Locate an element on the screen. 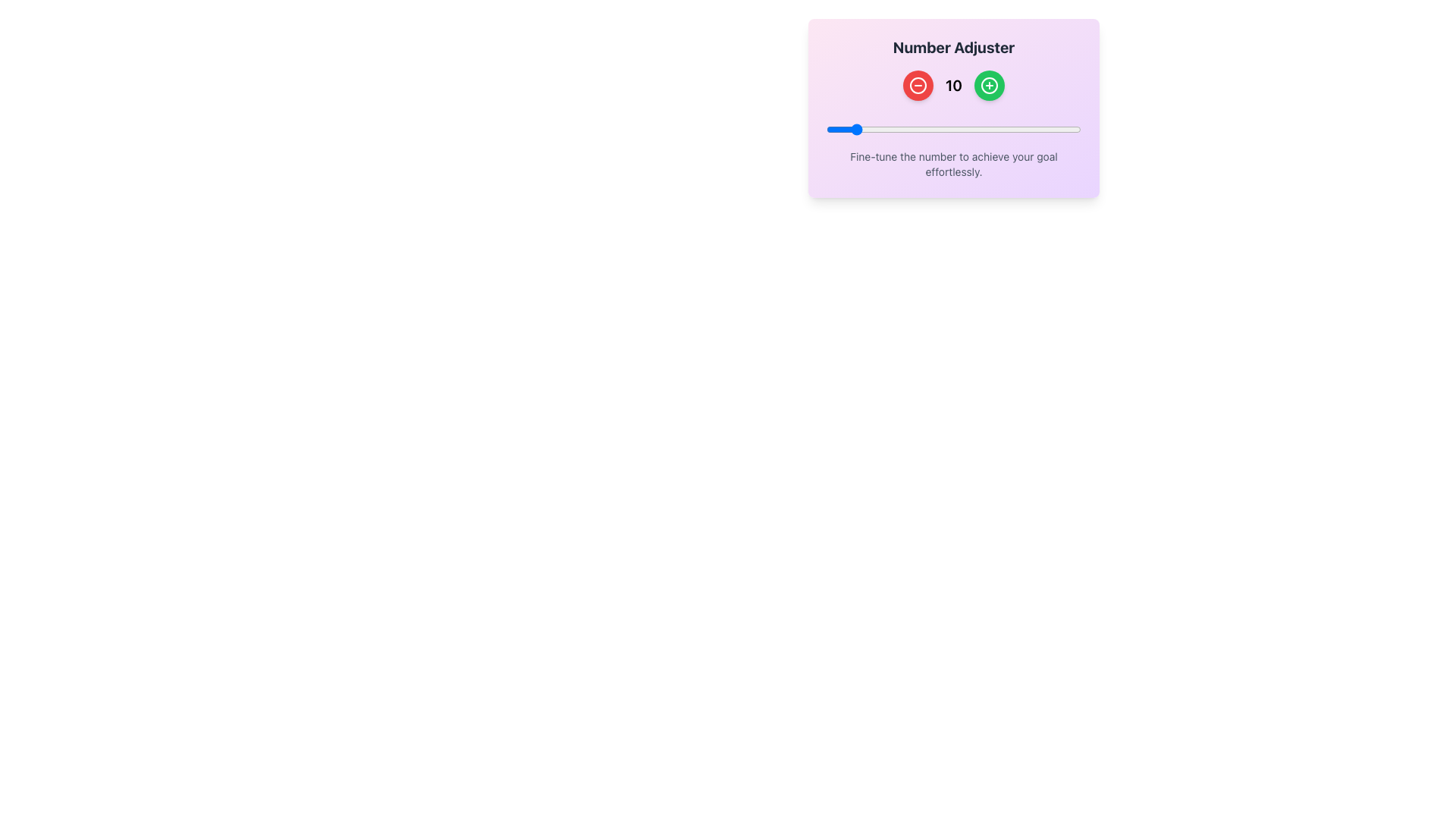 This screenshot has width=1456, height=819. the numeric text label displaying the value '10', which is centrally located between a red minus button and a green plus button is located at coordinates (952, 85).